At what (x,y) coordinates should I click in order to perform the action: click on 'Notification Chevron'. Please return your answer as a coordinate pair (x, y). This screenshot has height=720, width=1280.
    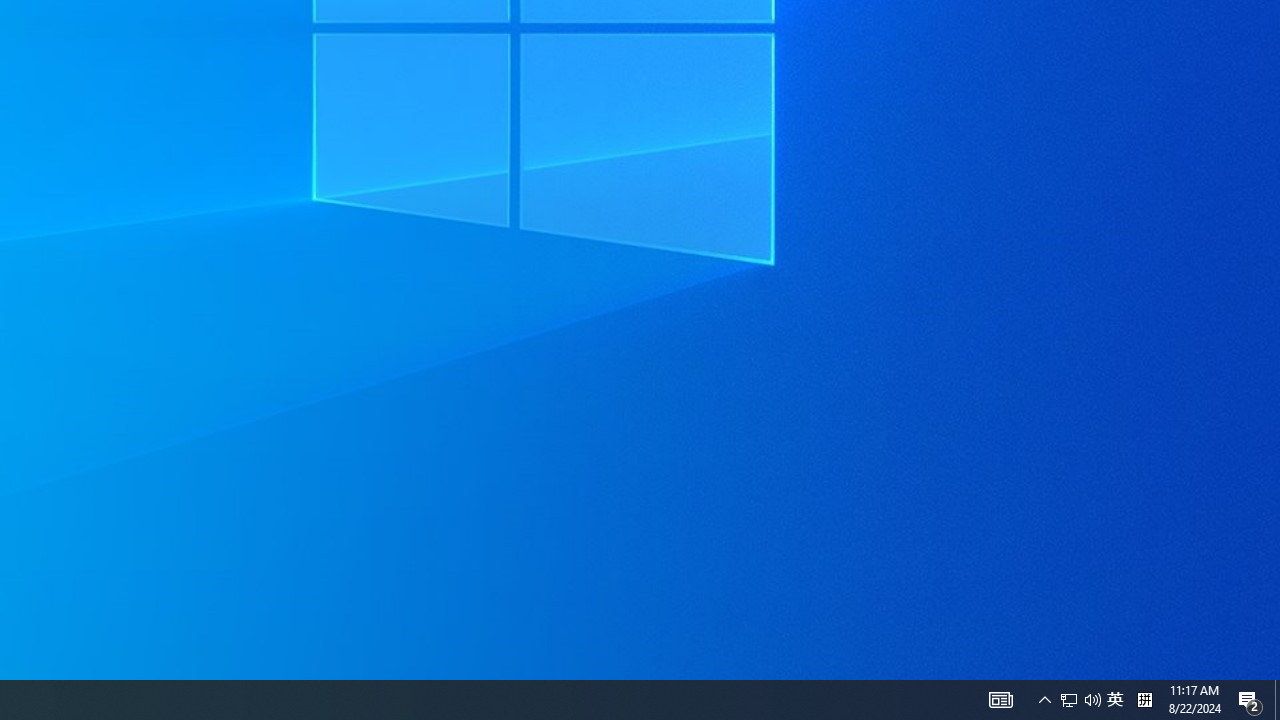
    Looking at the image, I should click on (1068, 698).